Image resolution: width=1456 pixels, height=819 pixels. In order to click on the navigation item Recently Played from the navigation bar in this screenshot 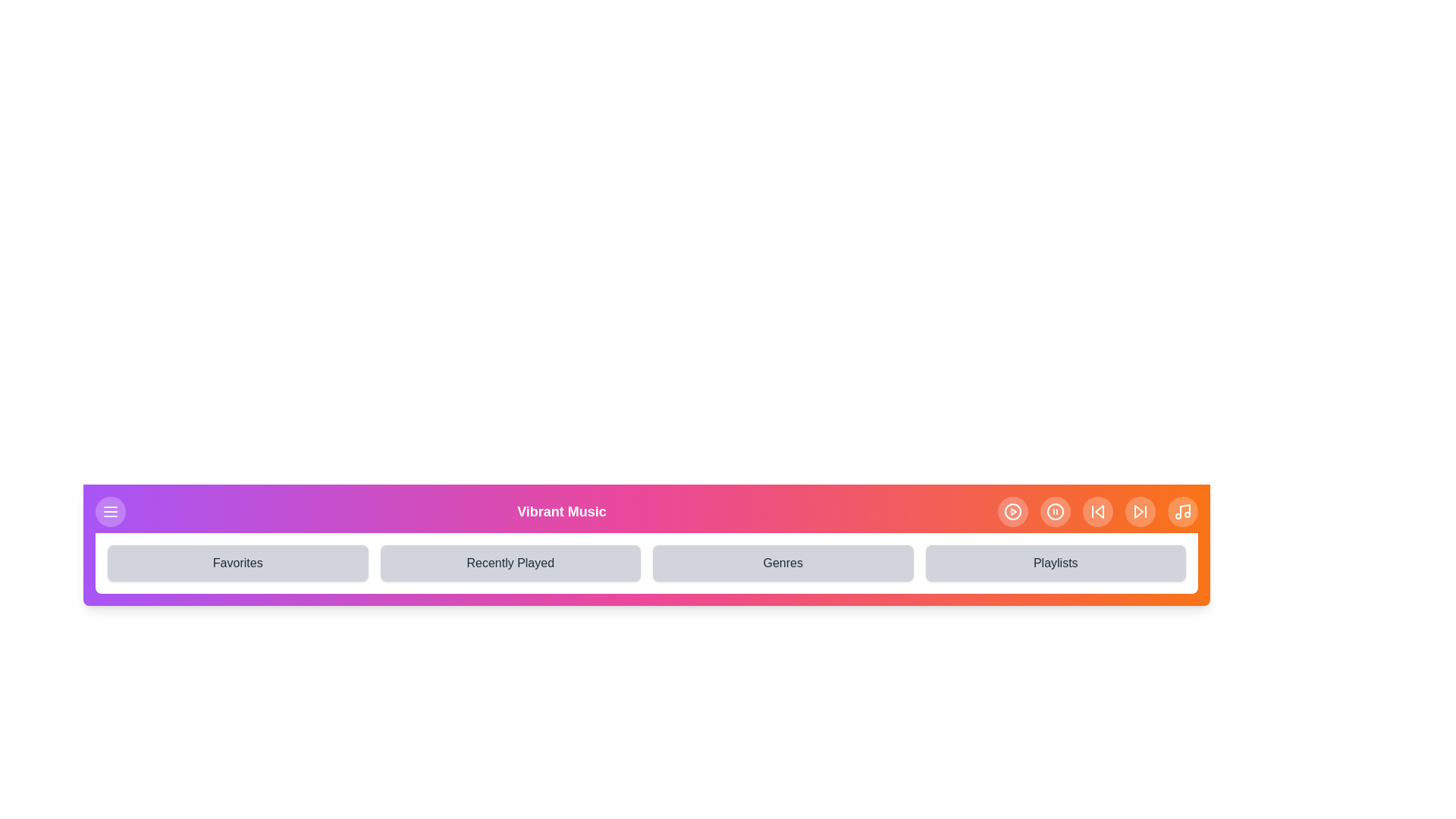, I will do `click(510, 563)`.